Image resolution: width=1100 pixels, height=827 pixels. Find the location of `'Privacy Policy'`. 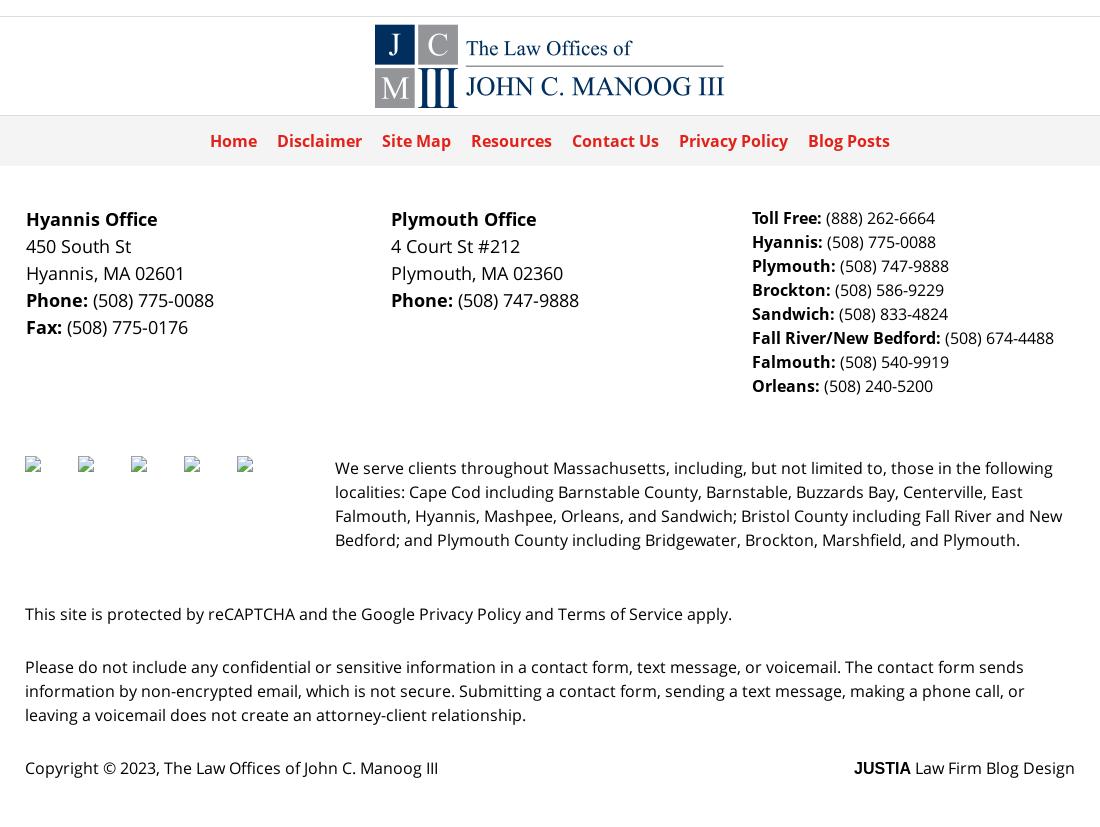

'Privacy Policy' is located at coordinates (469, 612).